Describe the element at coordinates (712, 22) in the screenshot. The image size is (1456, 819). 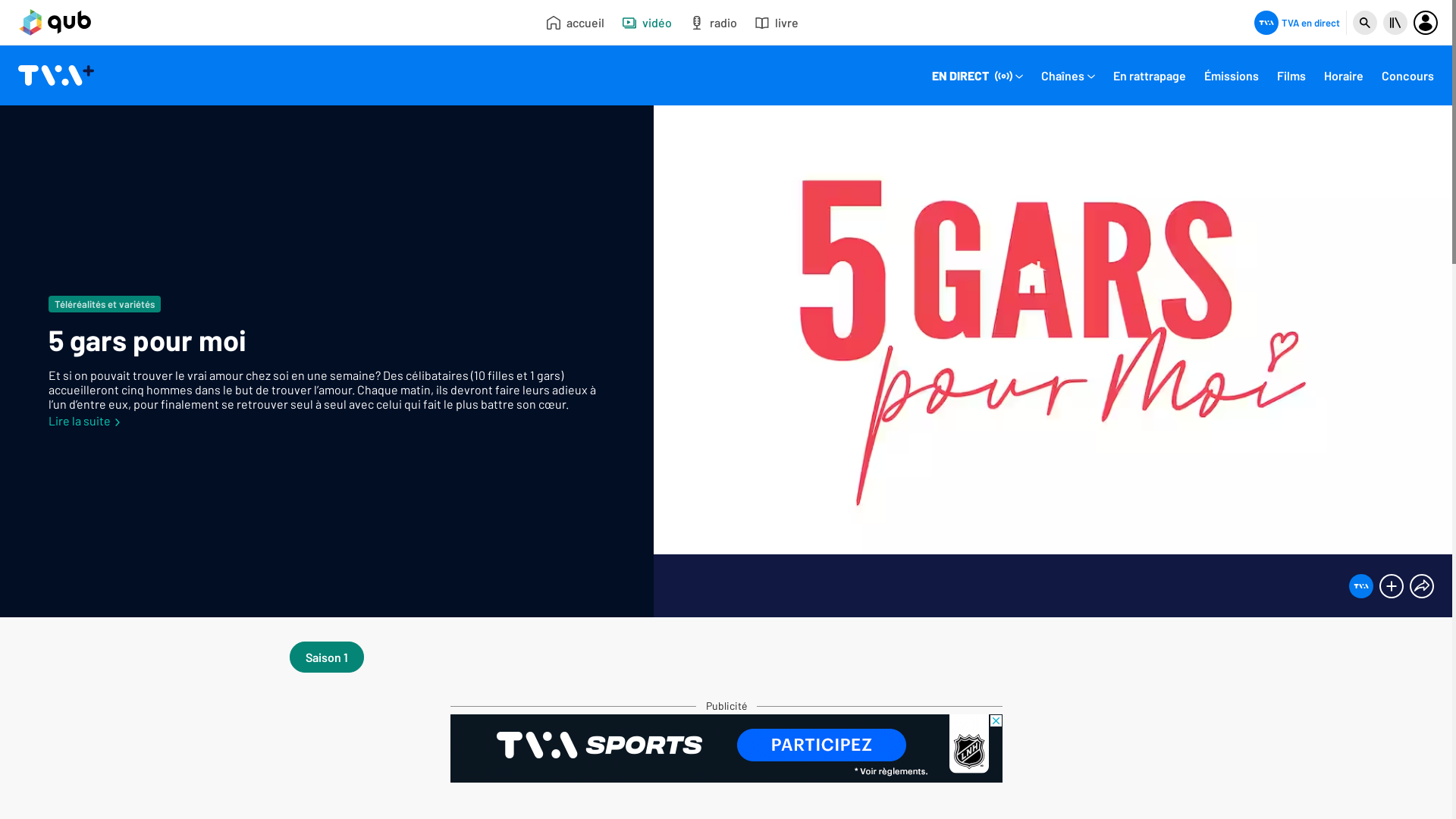
I see `'radio'` at that location.